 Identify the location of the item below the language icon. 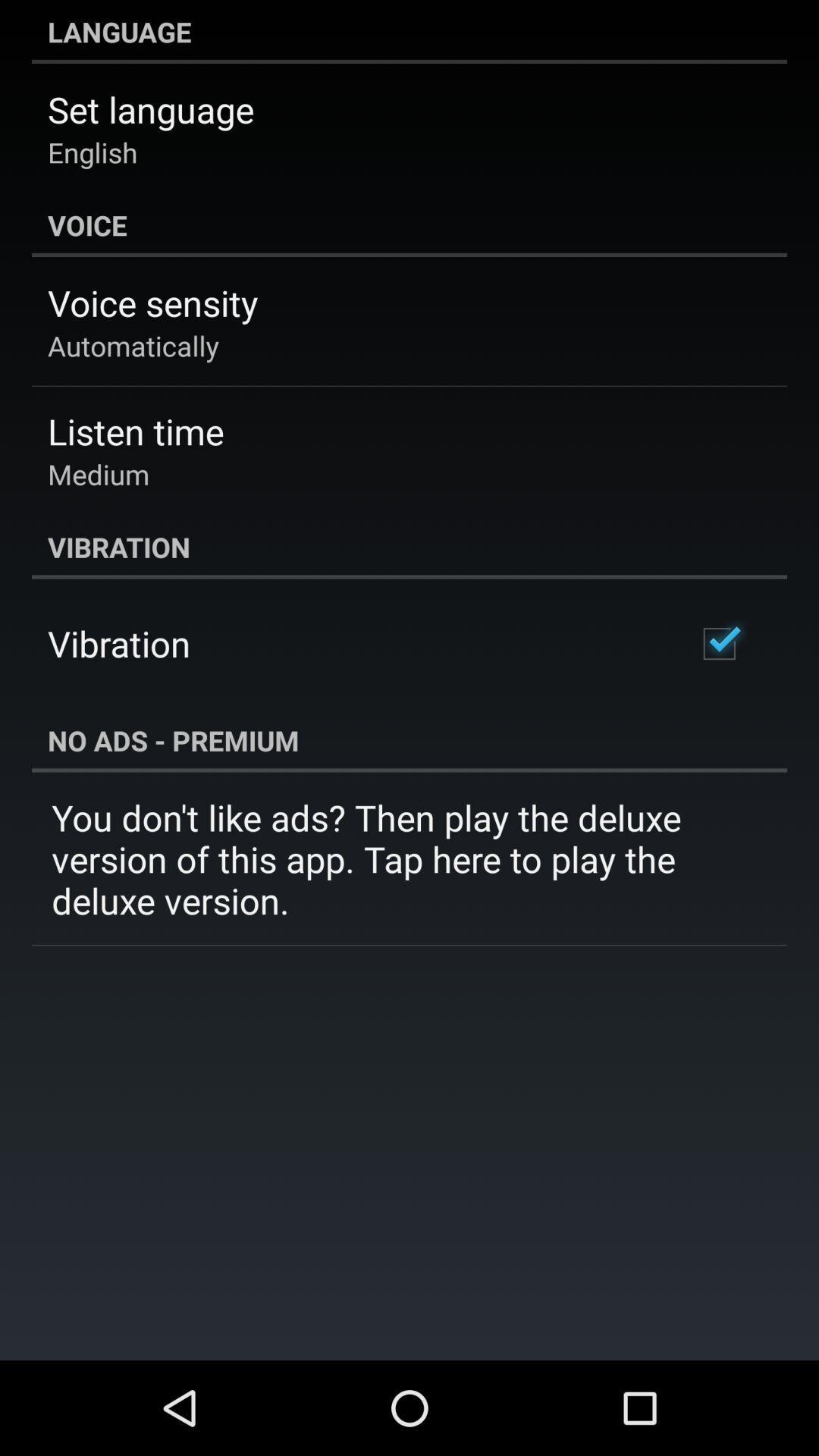
(151, 108).